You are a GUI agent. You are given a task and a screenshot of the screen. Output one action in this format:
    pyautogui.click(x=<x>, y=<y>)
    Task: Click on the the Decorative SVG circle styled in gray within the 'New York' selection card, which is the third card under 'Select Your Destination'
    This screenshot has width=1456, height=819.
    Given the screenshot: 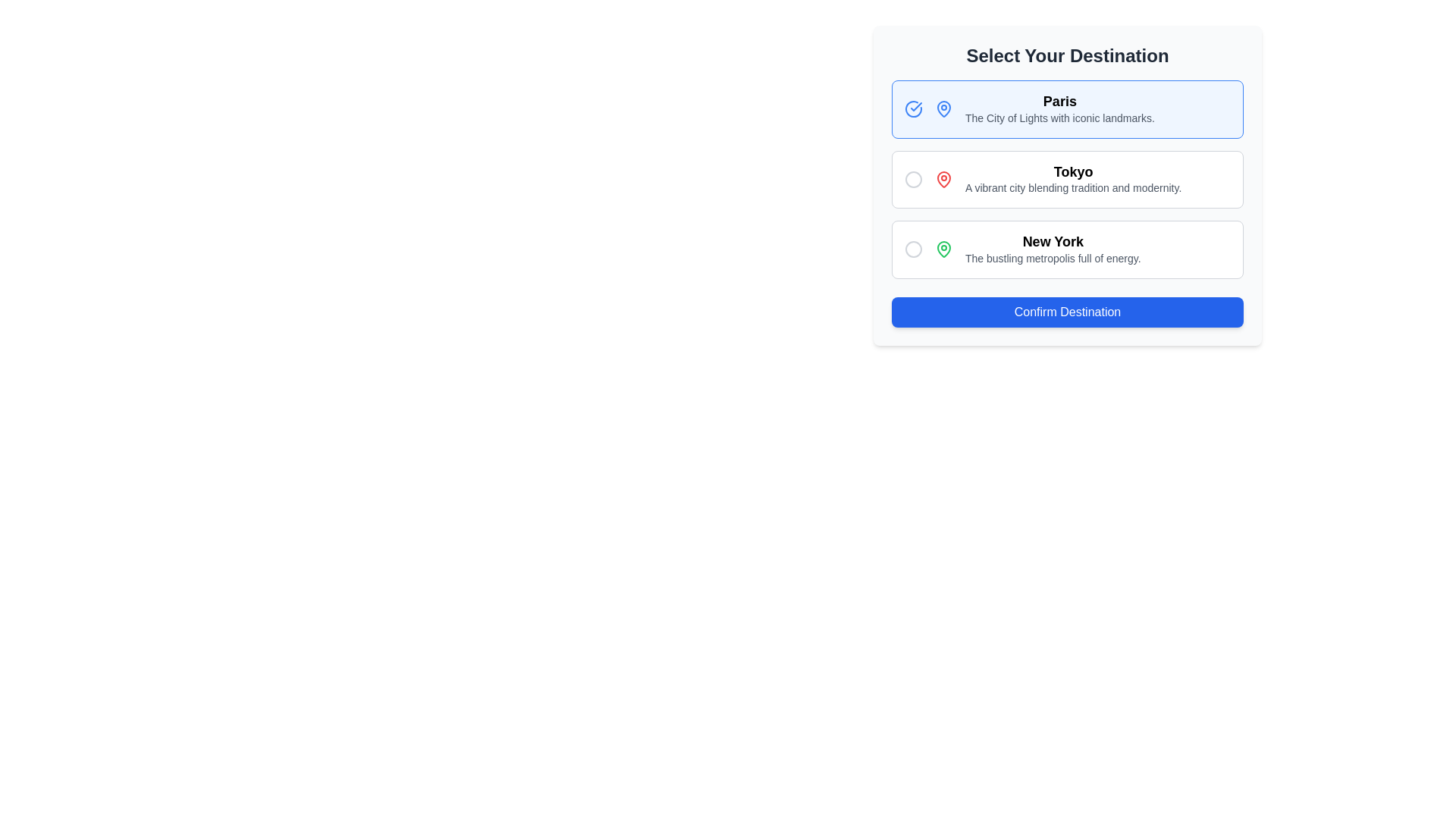 What is the action you would take?
    pyautogui.click(x=912, y=248)
    